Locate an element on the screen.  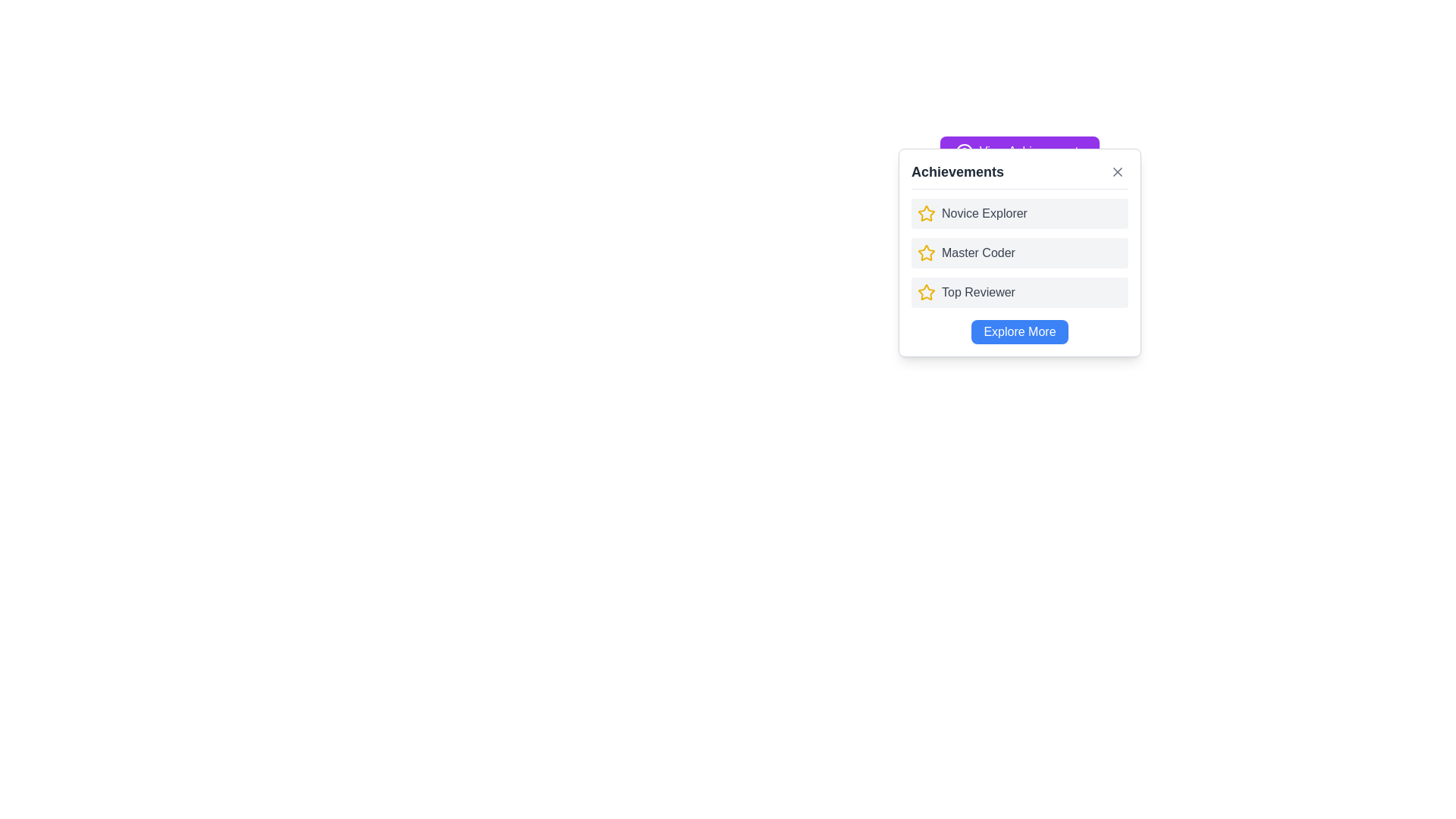
the 'Master Coder' achievement icon, which is the second star icon in the achievements list within the modal dialogue box is located at coordinates (926, 252).